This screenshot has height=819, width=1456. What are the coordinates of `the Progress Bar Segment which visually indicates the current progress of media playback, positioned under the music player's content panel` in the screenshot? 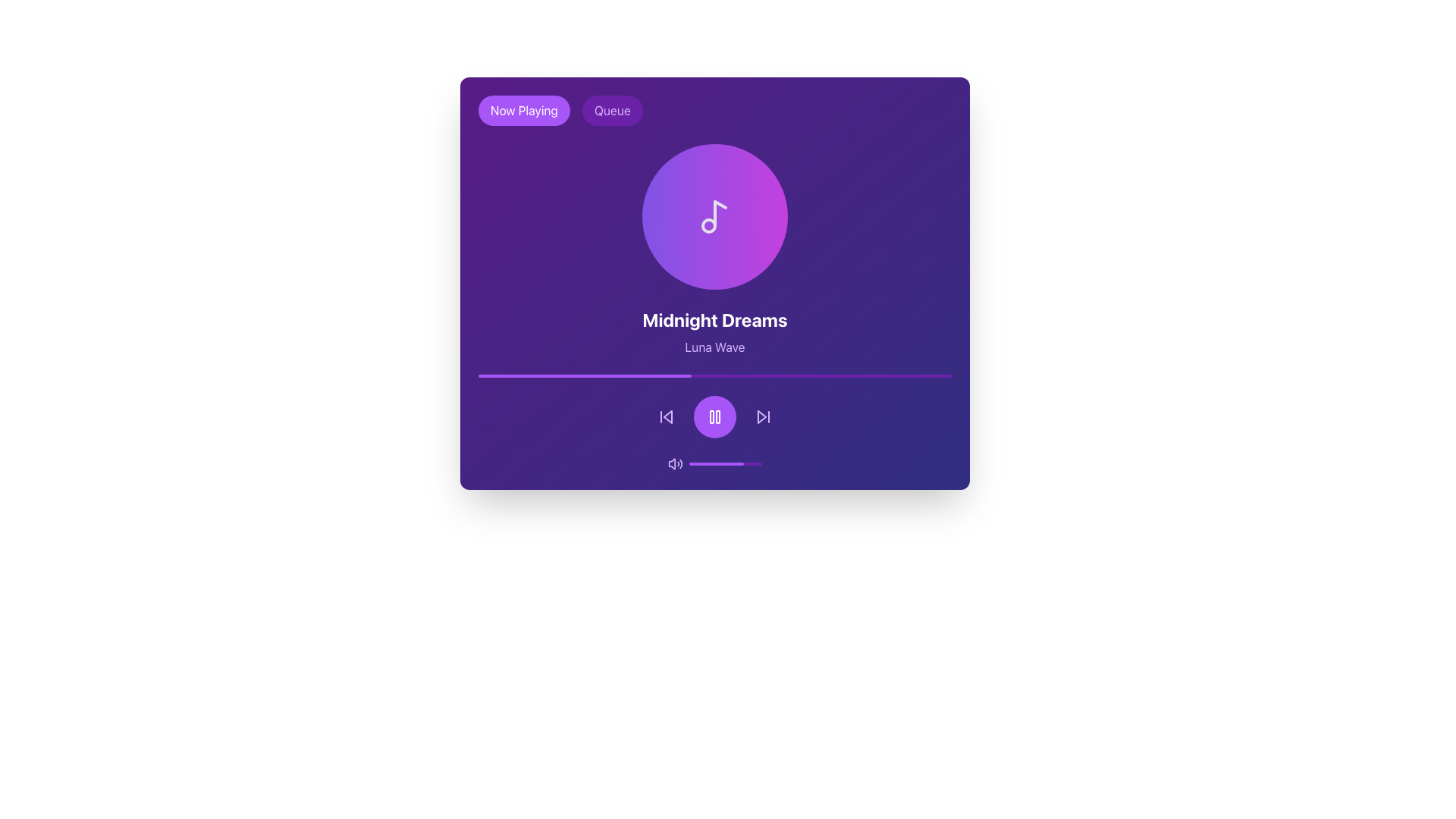 It's located at (584, 375).